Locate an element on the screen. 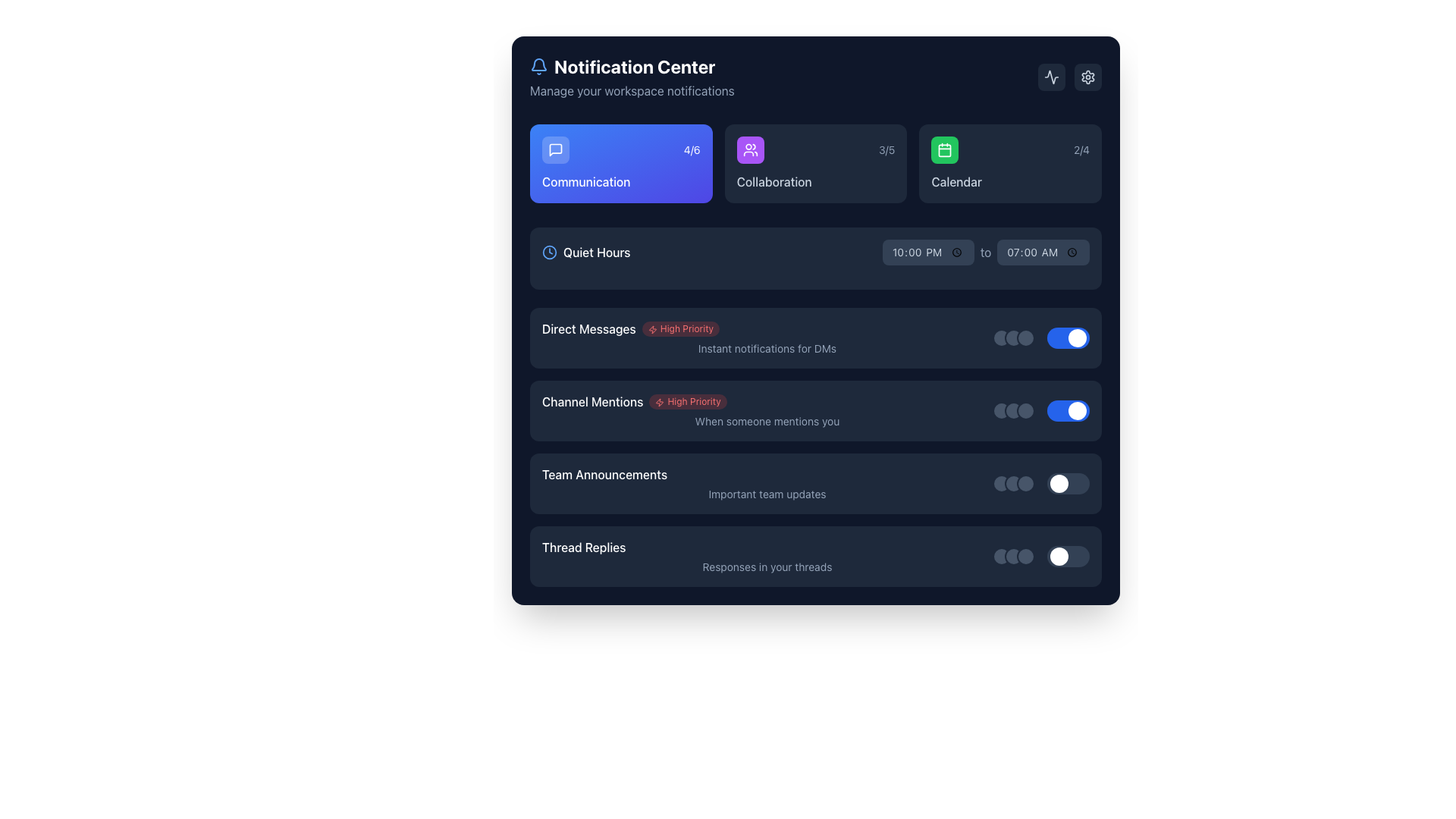  the 'Direct Messages' text label, which is white with medium-weight font on a dark background, located to the left of the 'High Priority' tag and above an informative text is located at coordinates (588, 328).